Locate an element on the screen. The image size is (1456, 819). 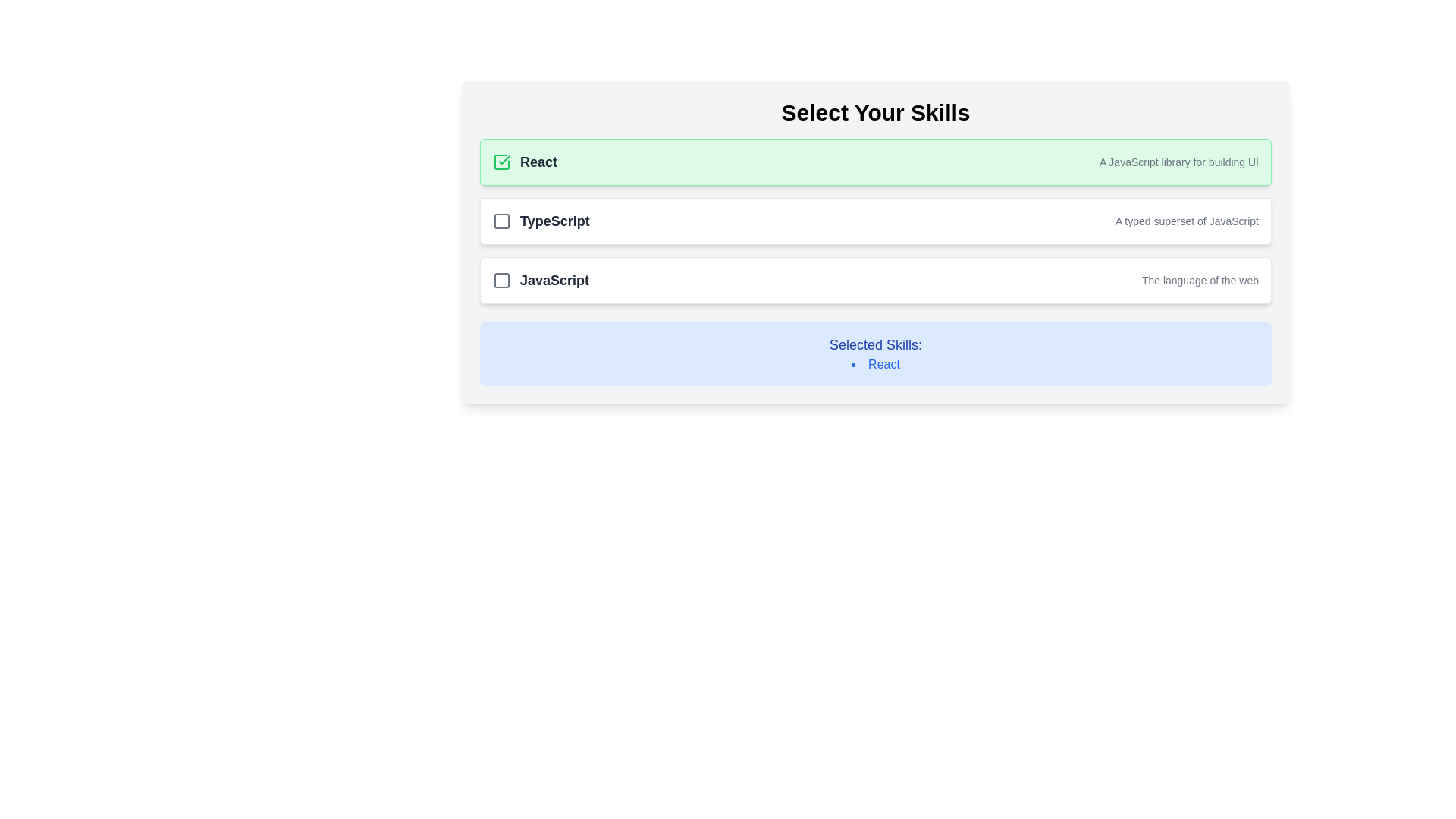
the checkbox icon with a check mark that indicates the selected state for the 'React' skill option is located at coordinates (502, 162).